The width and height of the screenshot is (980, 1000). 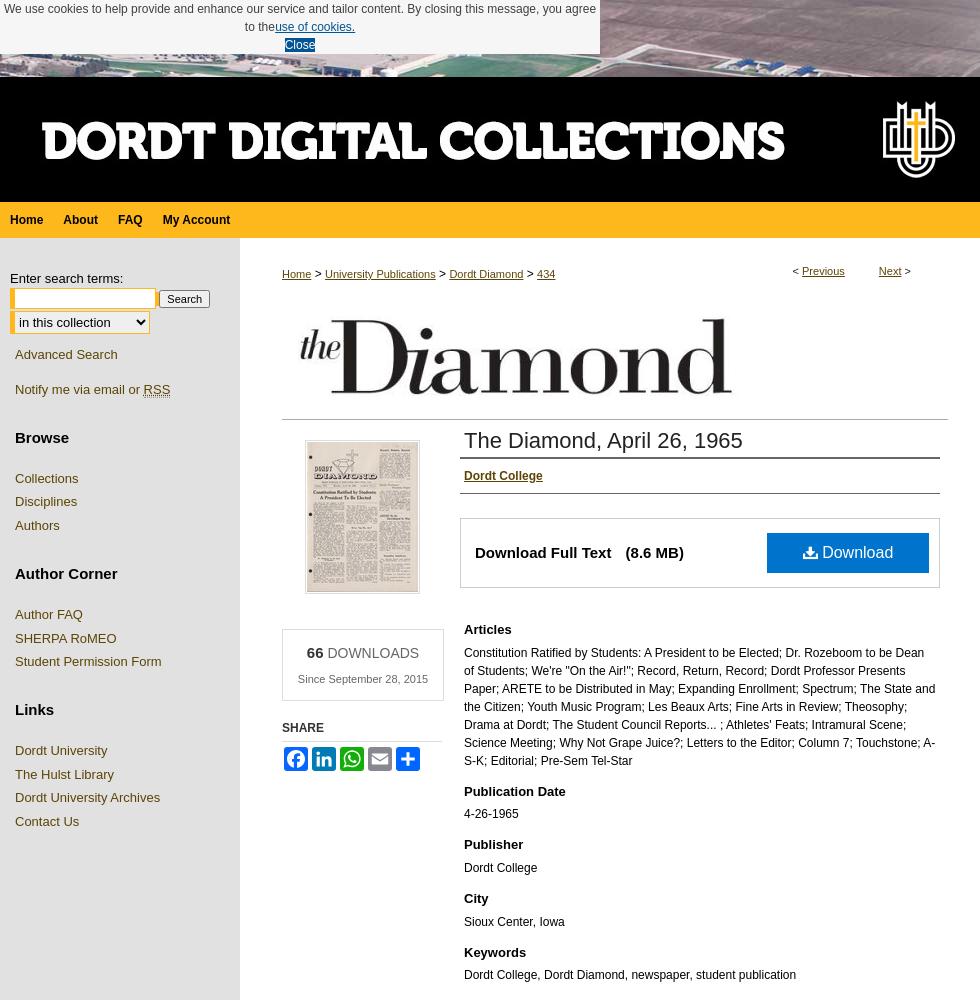 I want to click on '66', so click(x=314, y=652).